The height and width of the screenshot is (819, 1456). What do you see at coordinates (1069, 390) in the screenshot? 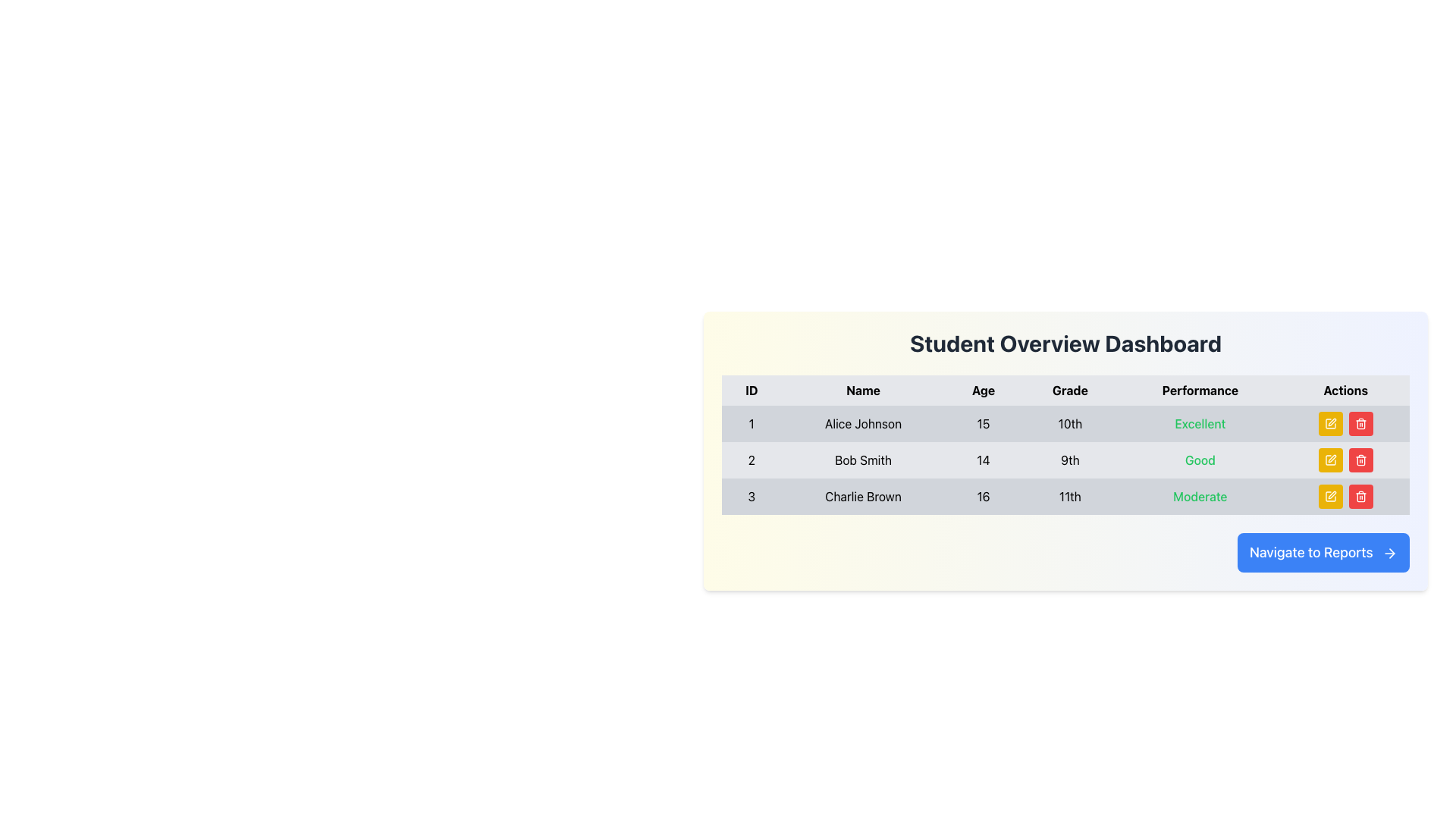
I see `the non-interactive Text label that serves as the fourth column header in the student data table, indicating the grade information of students` at bounding box center [1069, 390].